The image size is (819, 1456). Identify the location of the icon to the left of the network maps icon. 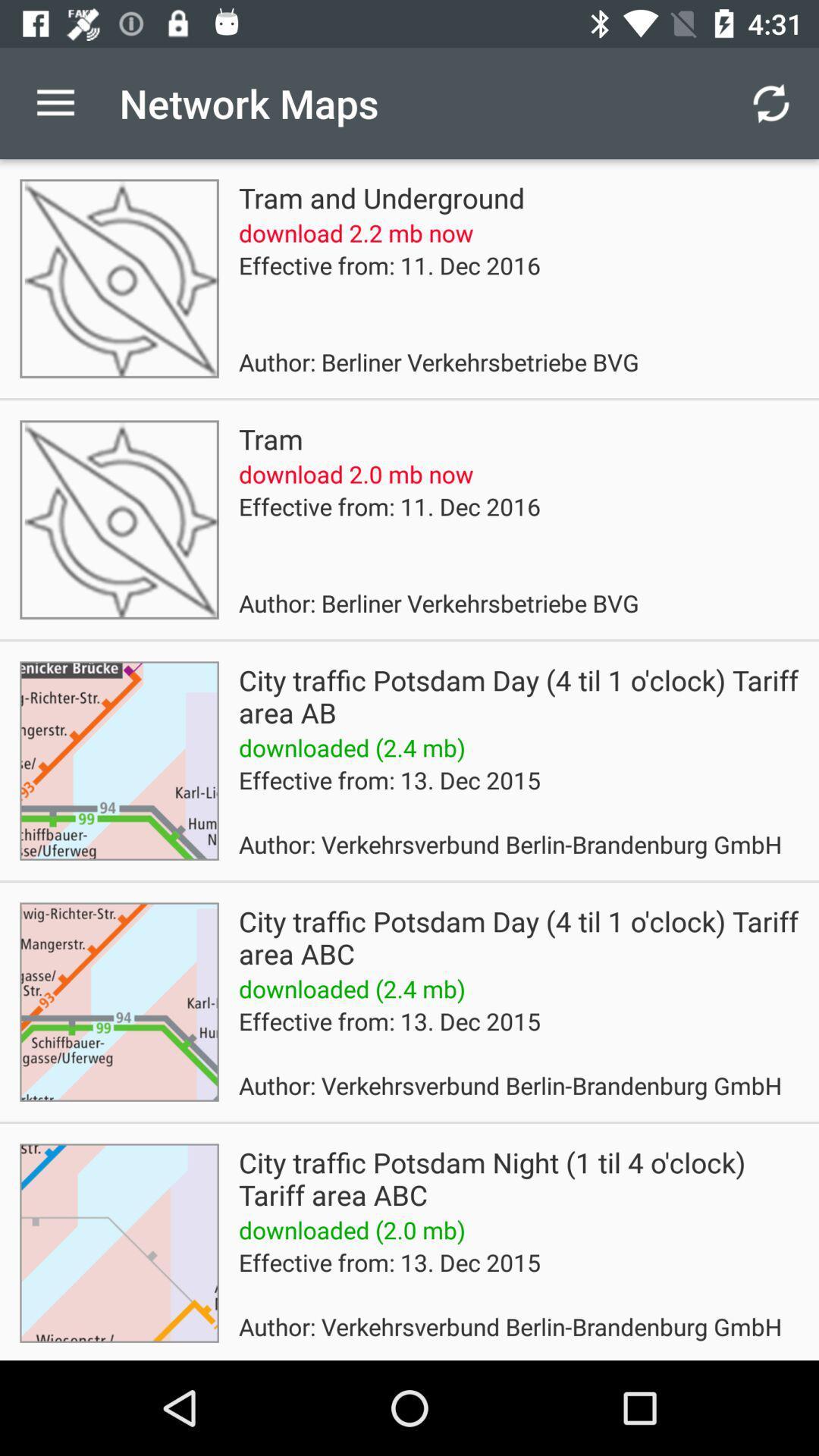
(55, 102).